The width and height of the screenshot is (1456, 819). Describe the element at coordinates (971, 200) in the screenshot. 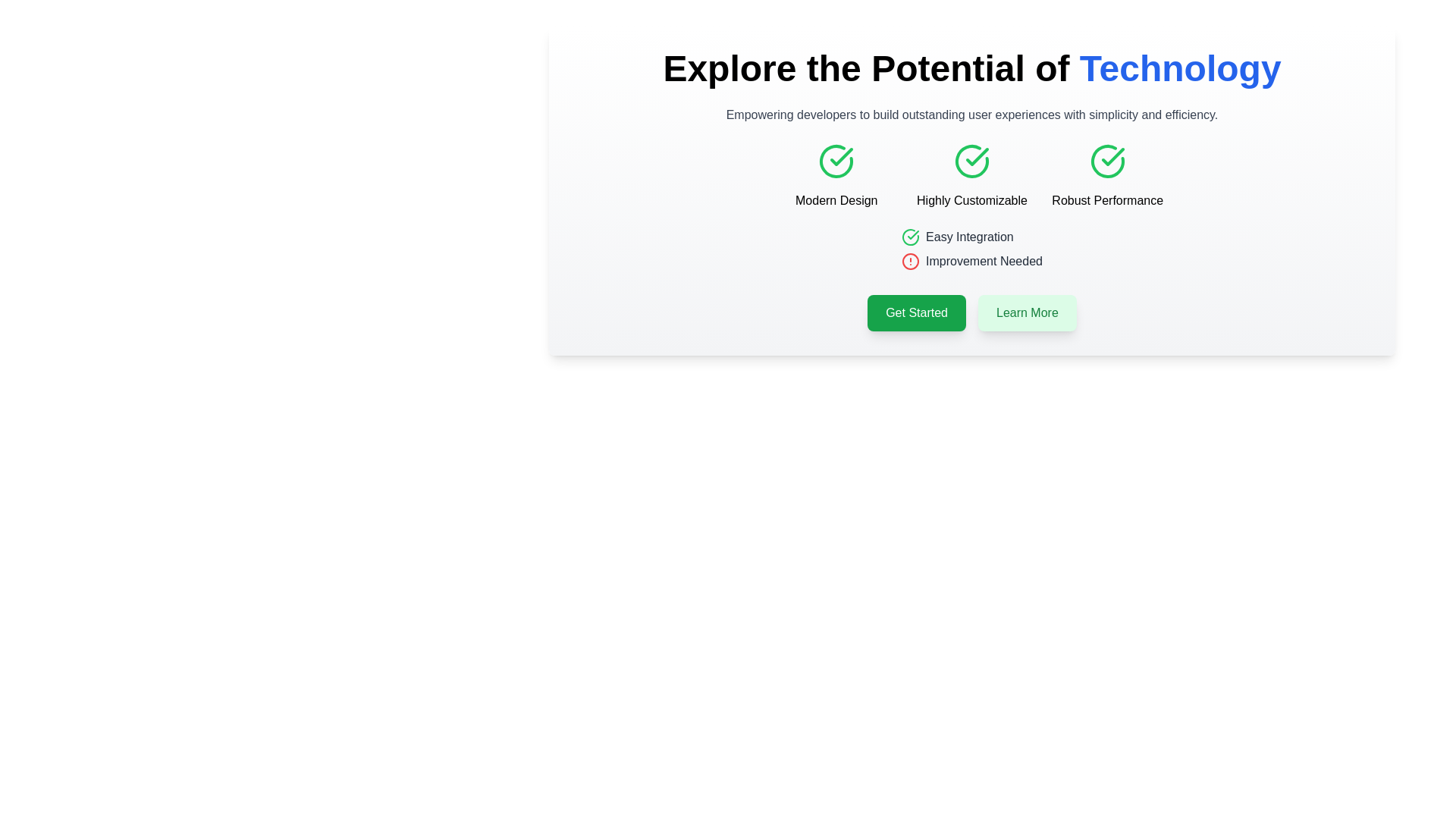

I see `the informational text label titled 'Highly Customizable' located vertically beneath the green checkmark icon in the central column of the three-column layout` at that location.